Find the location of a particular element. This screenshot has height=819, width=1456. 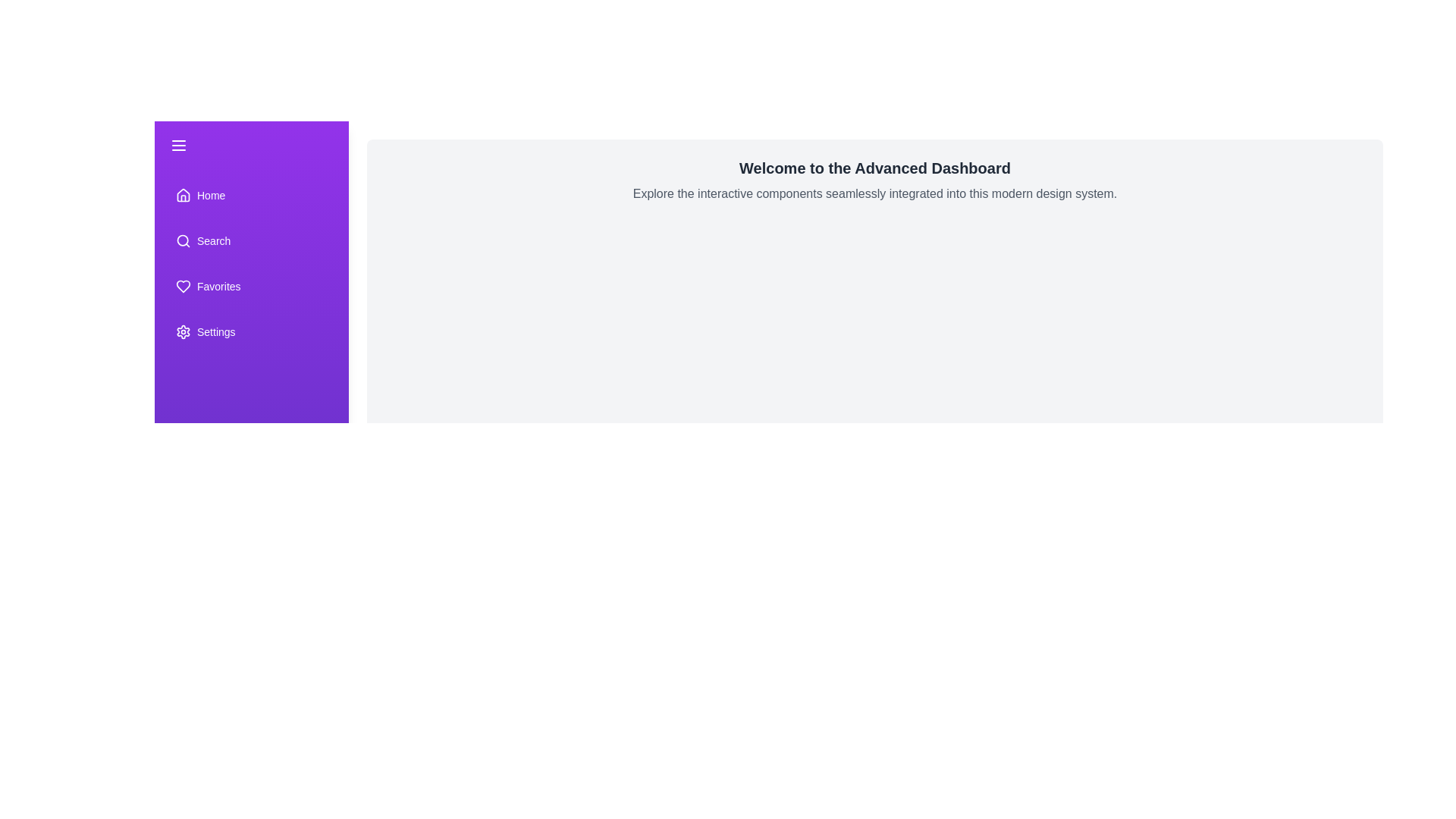

the toggle button to change the drawer state is located at coordinates (178, 146).